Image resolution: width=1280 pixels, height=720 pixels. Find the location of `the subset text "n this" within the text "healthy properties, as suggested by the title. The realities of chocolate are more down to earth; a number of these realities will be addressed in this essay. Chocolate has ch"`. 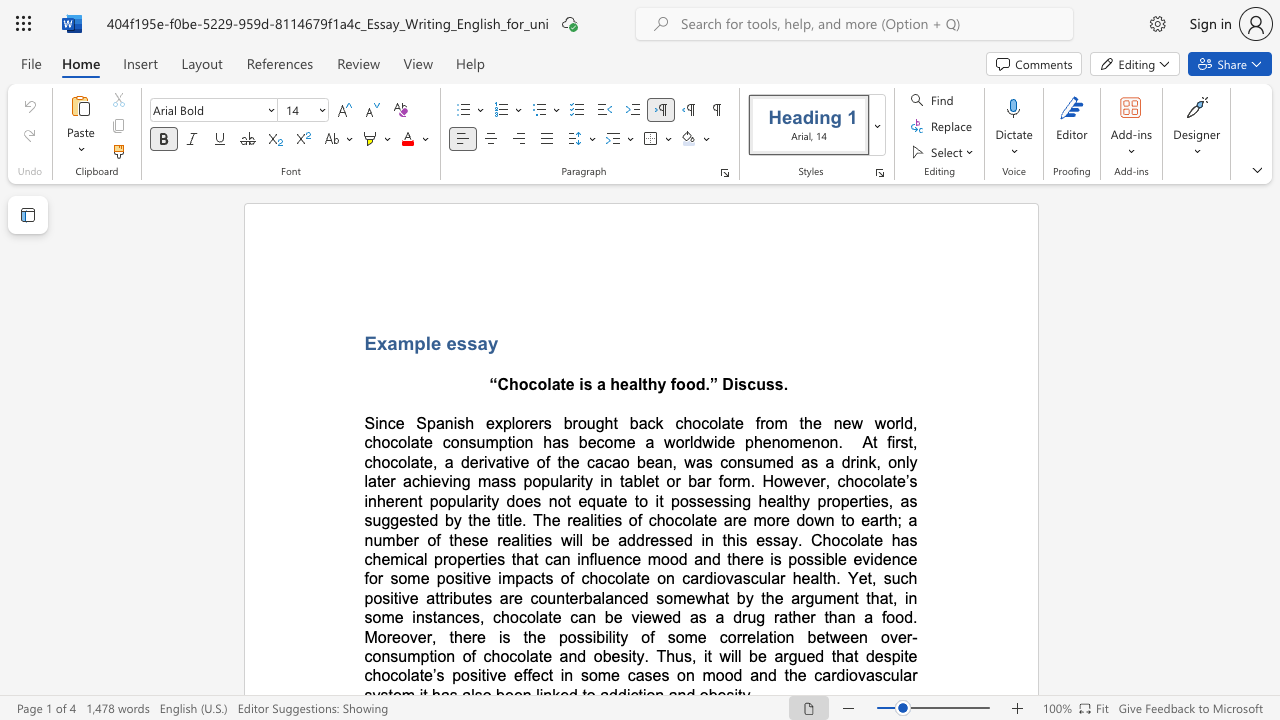

the subset text "n this" within the text "healthy properties, as suggested by the title. The realities of chocolate are more down to earth; a number of these realities will be addressed in this essay. Chocolate has ch" is located at coordinates (705, 540).